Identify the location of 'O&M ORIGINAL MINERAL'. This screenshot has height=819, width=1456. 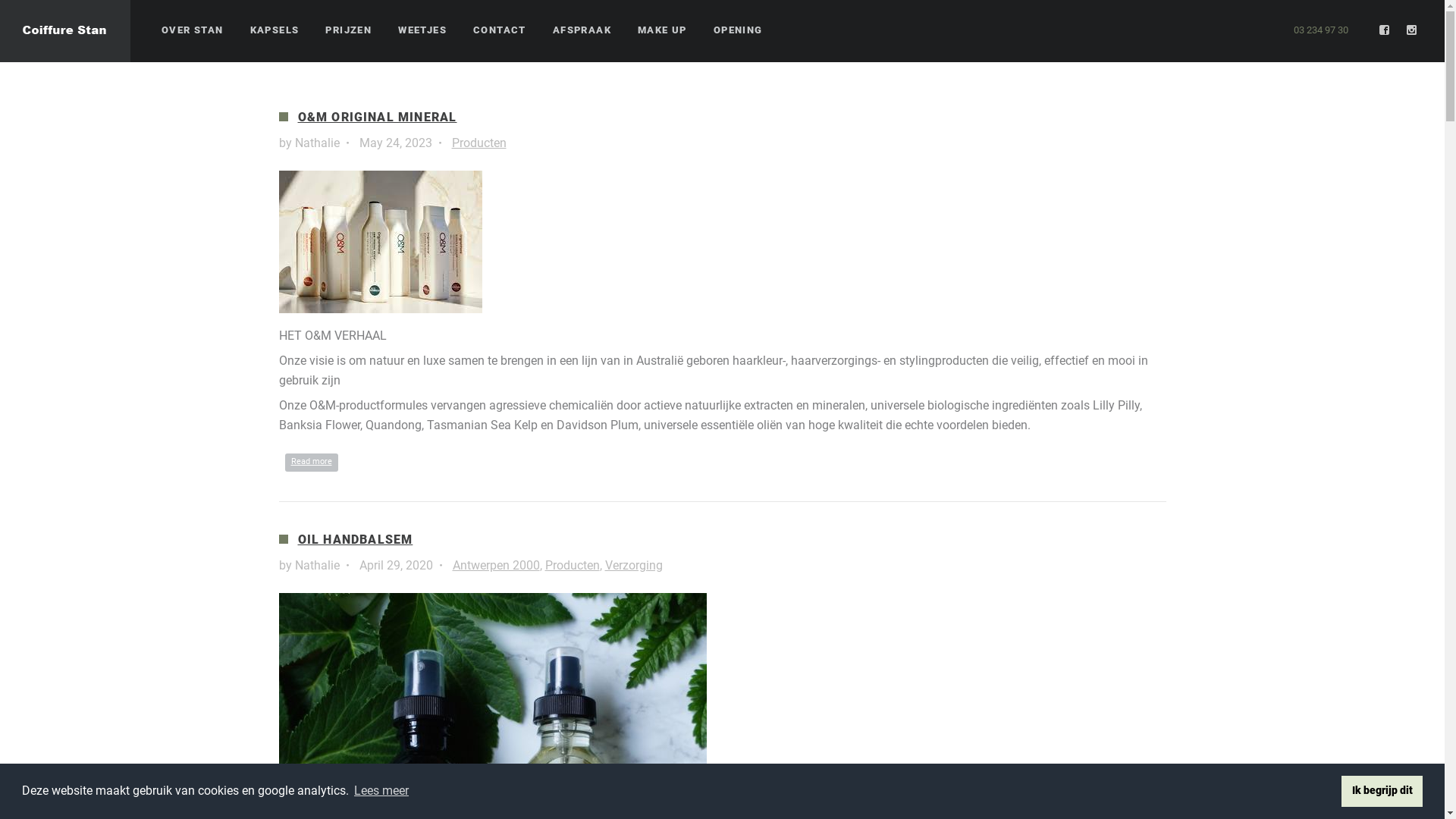
(377, 116).